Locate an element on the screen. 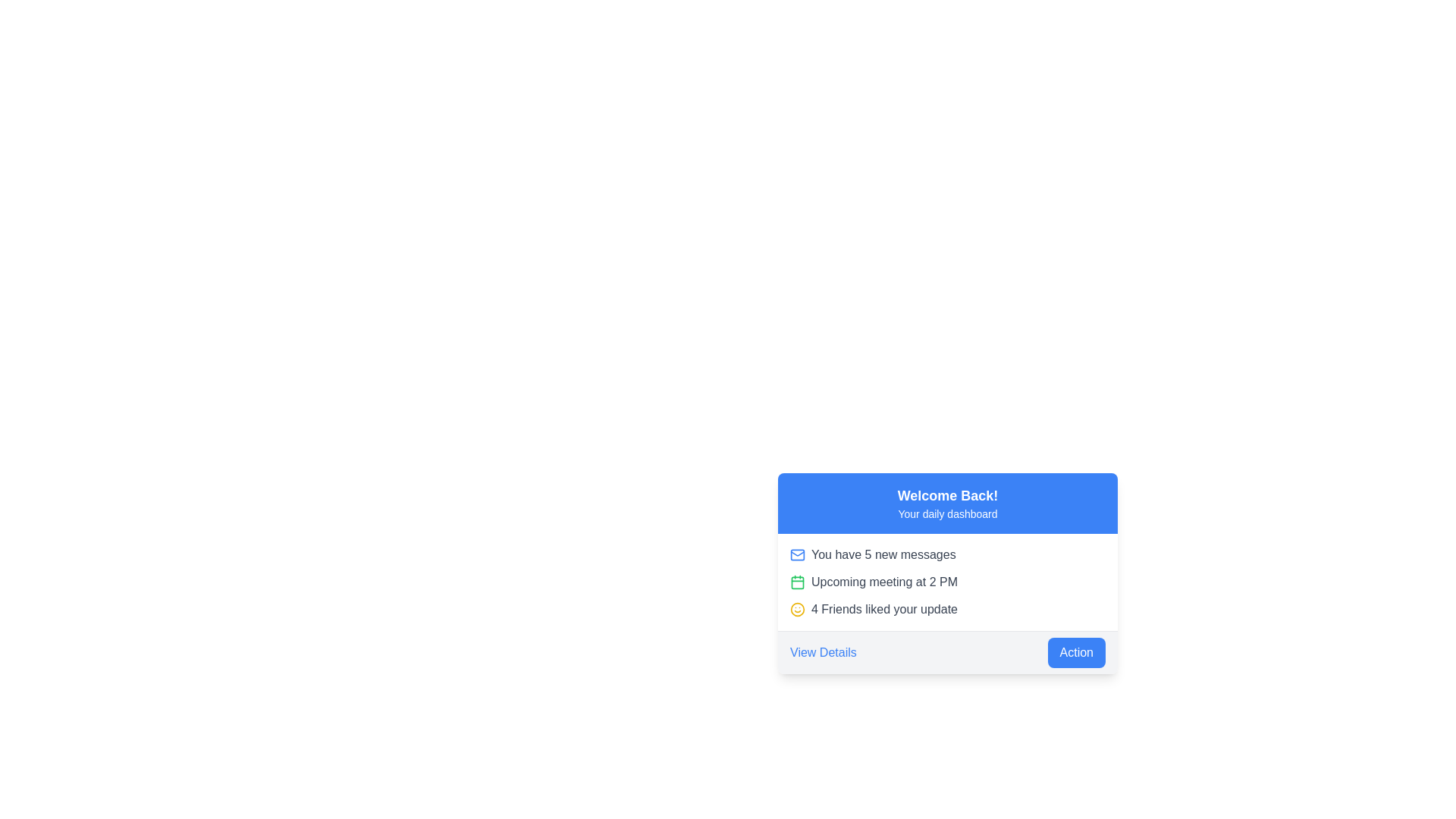 The width and height of the screenshot is (1456, 819). the notification text label that indicates the number of new messages, located to the right of the blue mail icon is located at coordinates (883, 555).